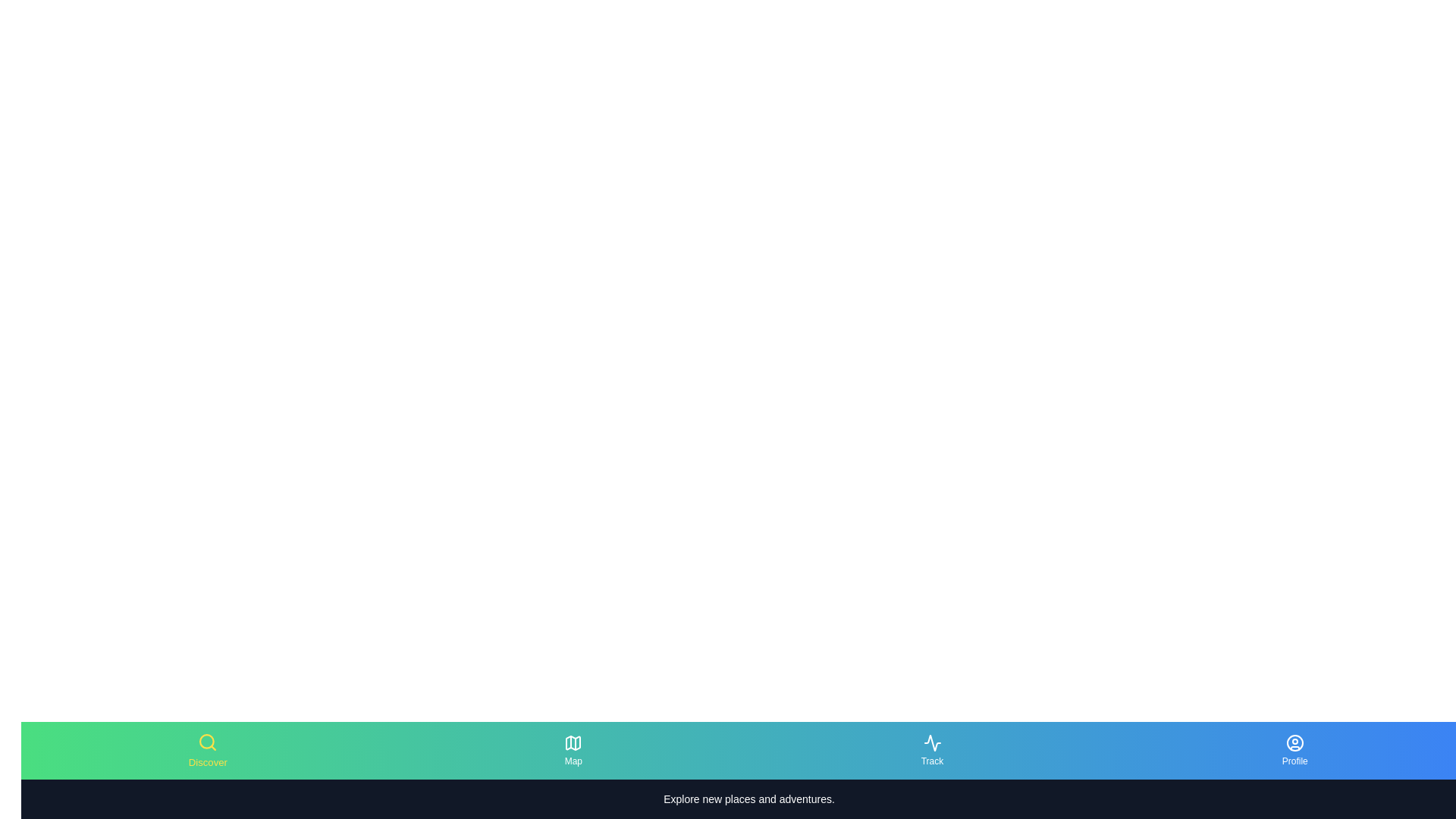  I want to click on the tab labeled Discover to navigate to its content, so click(206, 751).